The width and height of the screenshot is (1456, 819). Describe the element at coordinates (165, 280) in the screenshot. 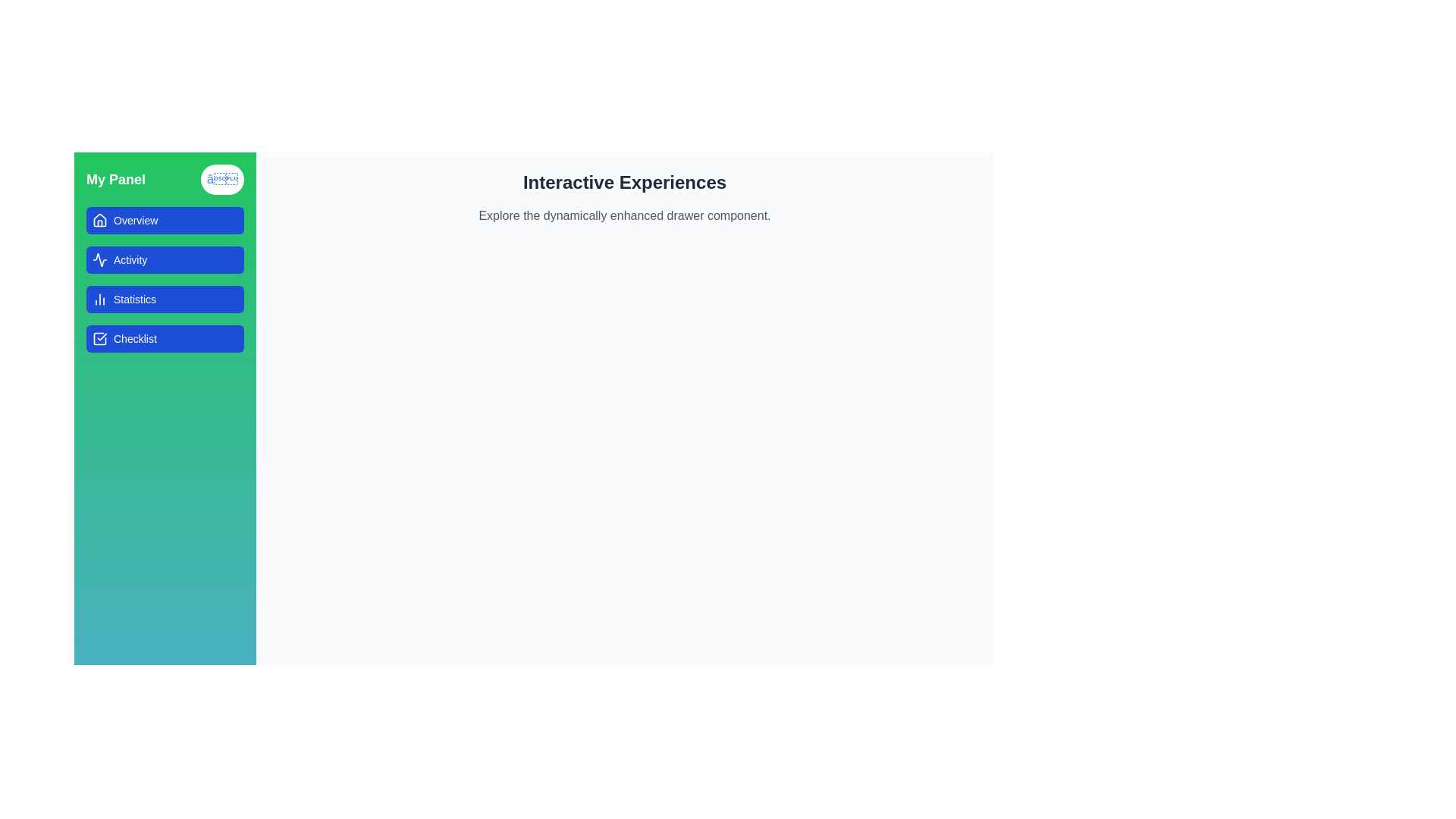

I see `the 'Statistics' button in the vertical navigation panel` at that location.